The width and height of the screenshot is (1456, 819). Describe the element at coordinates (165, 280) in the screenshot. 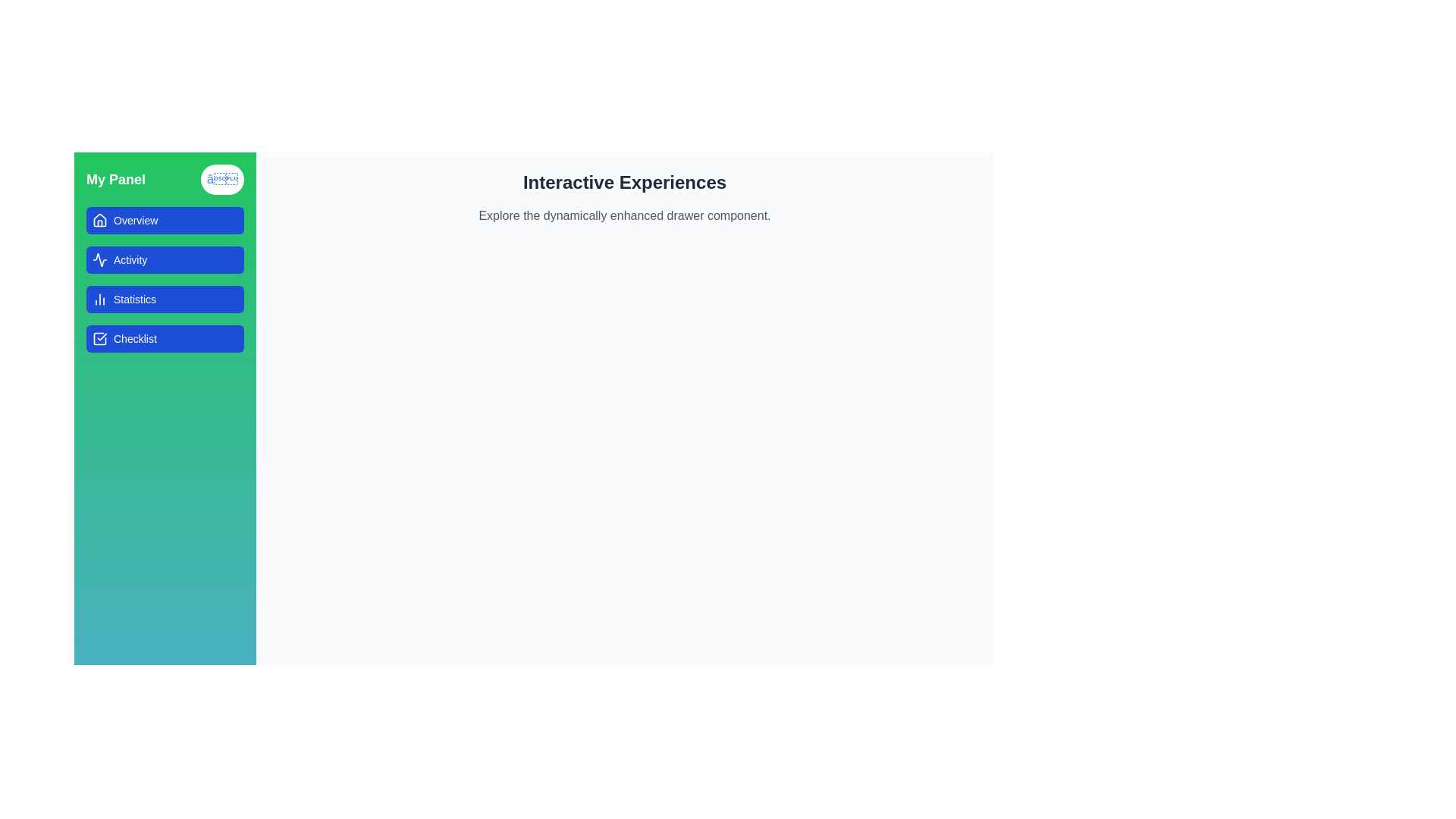

I see `the 'Statistics' button in the vertical navigation panel` at that location.